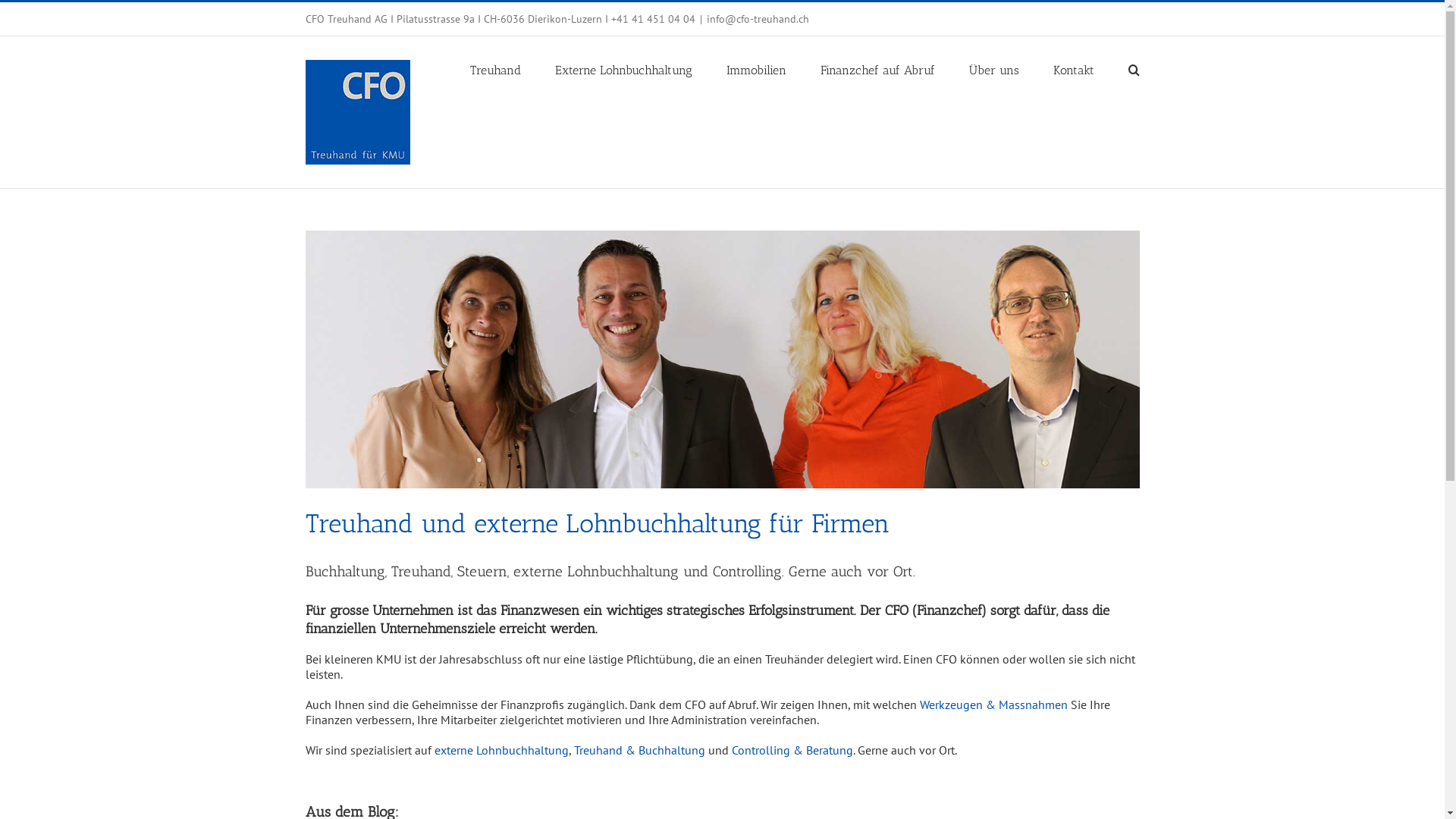 Image resolution: width=1456 pixels, height=819 pixels. I want to click on 'Kontakt', so click(1072, 69).